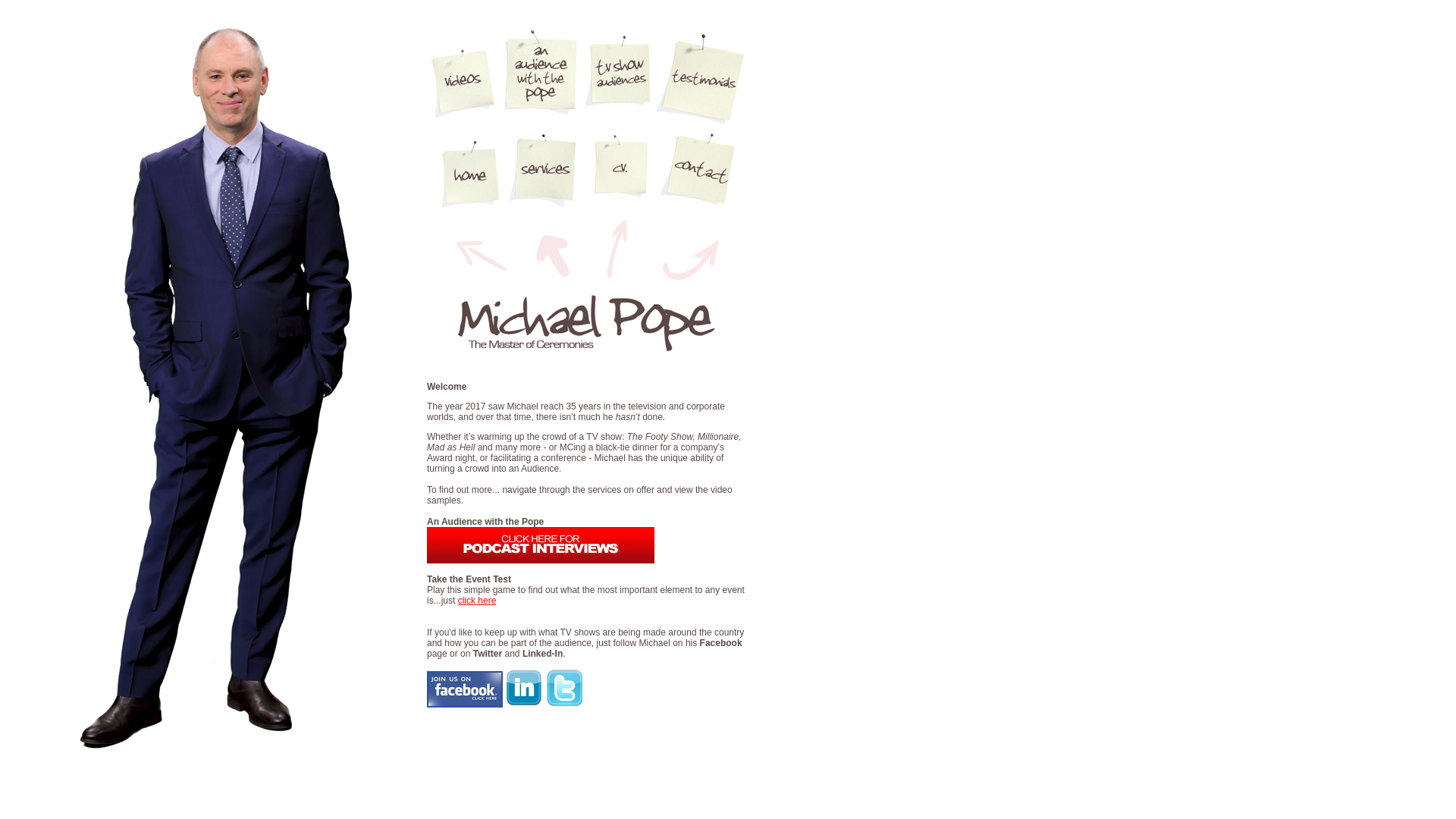 The width and height of the screenshot is (1456, 819). I want to click on 'click here', so click(457, 599).